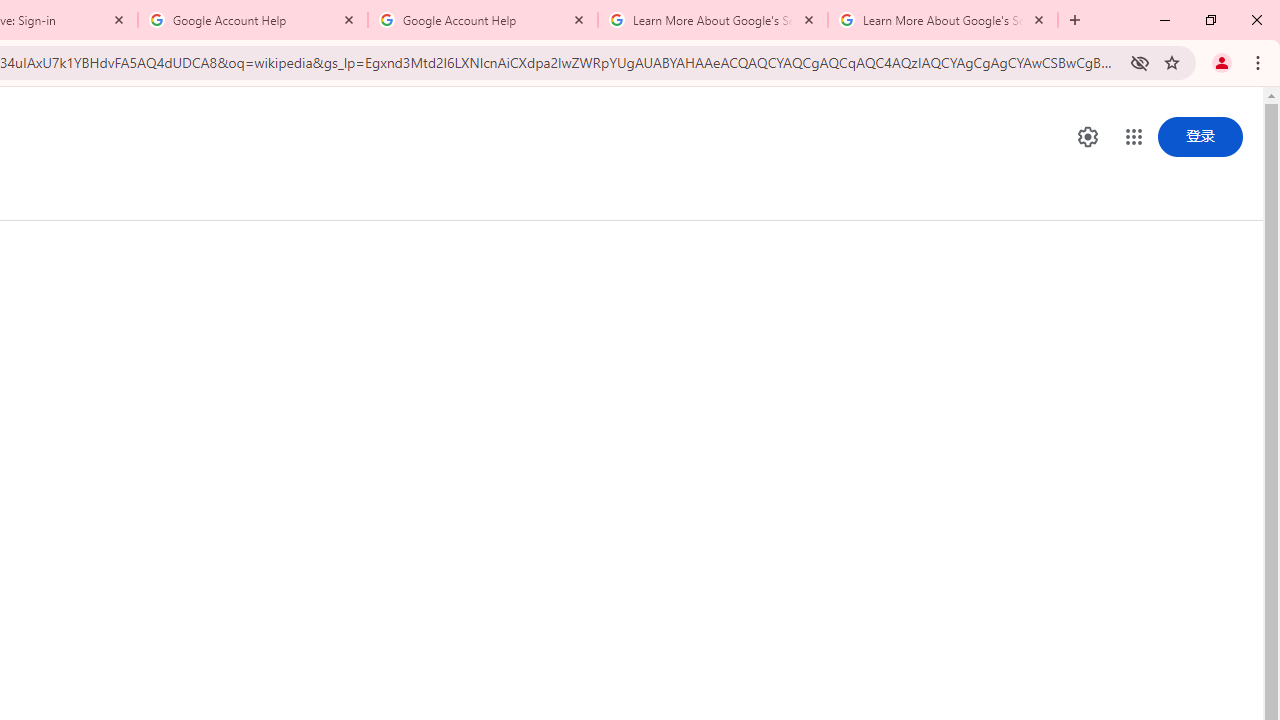 The height and width of the screenshot is (720, 1280). Describe the element at coordinates (252, 20) in the screenshot. I see `'Google Account Help'` at that location.